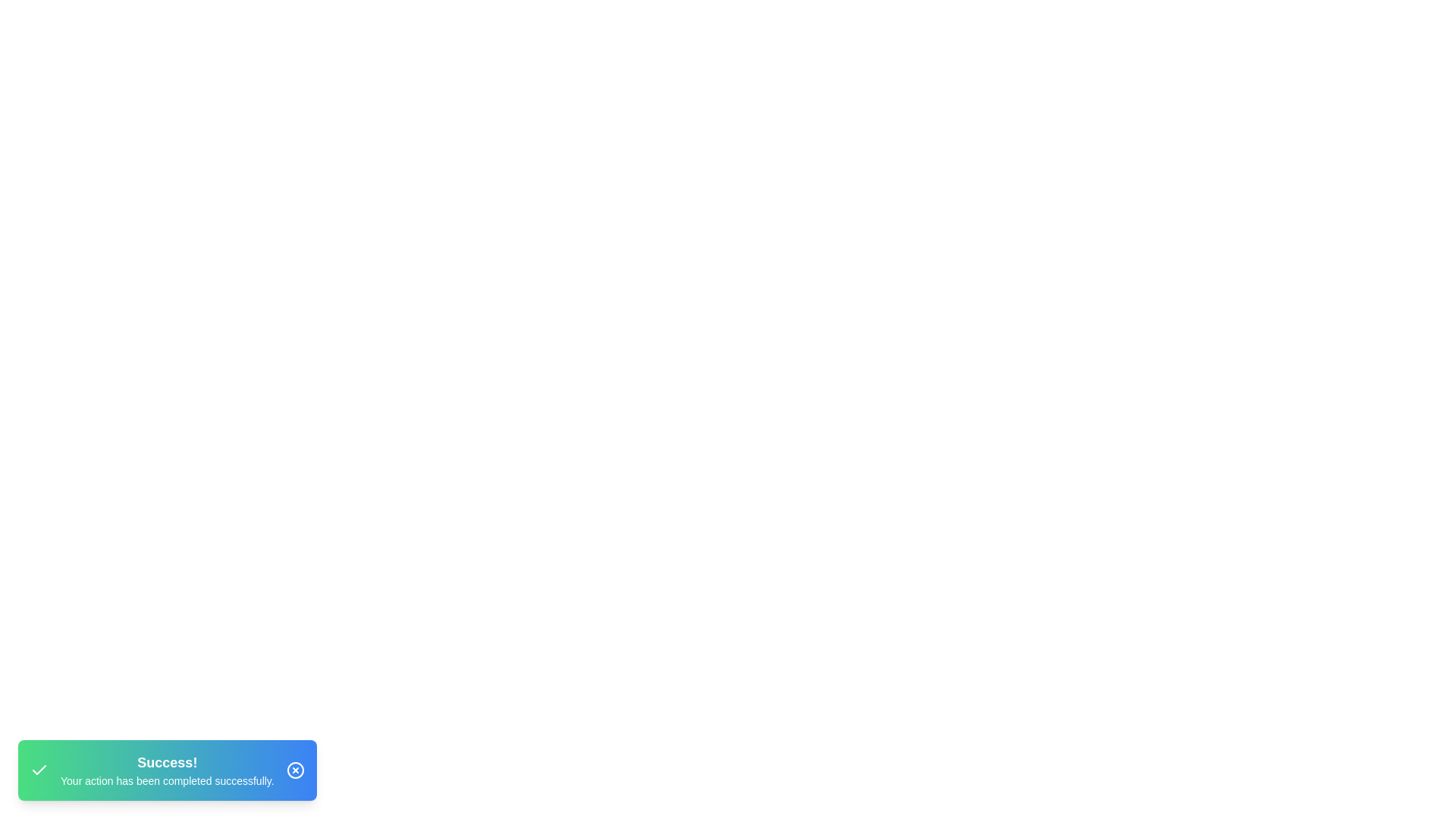 Image resolution: width=1456 pixels, height=819 pixels. Describe the element at coordinates (295, 770) in the screenshot. I see `the close button to dismiss the notification` at that location.